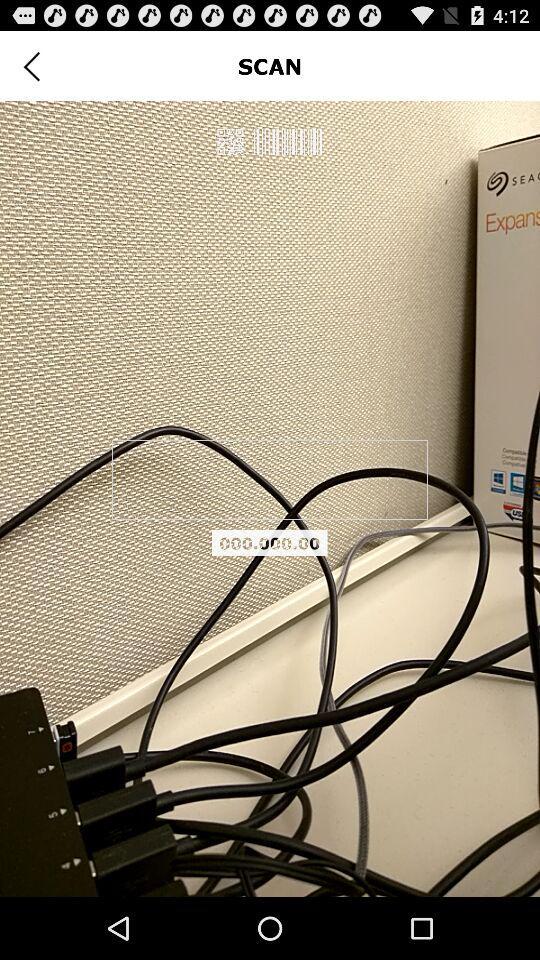  Describe the element at coordinates (30, 71) in the screenshot. I see `the arrow_backward icon` at that location.